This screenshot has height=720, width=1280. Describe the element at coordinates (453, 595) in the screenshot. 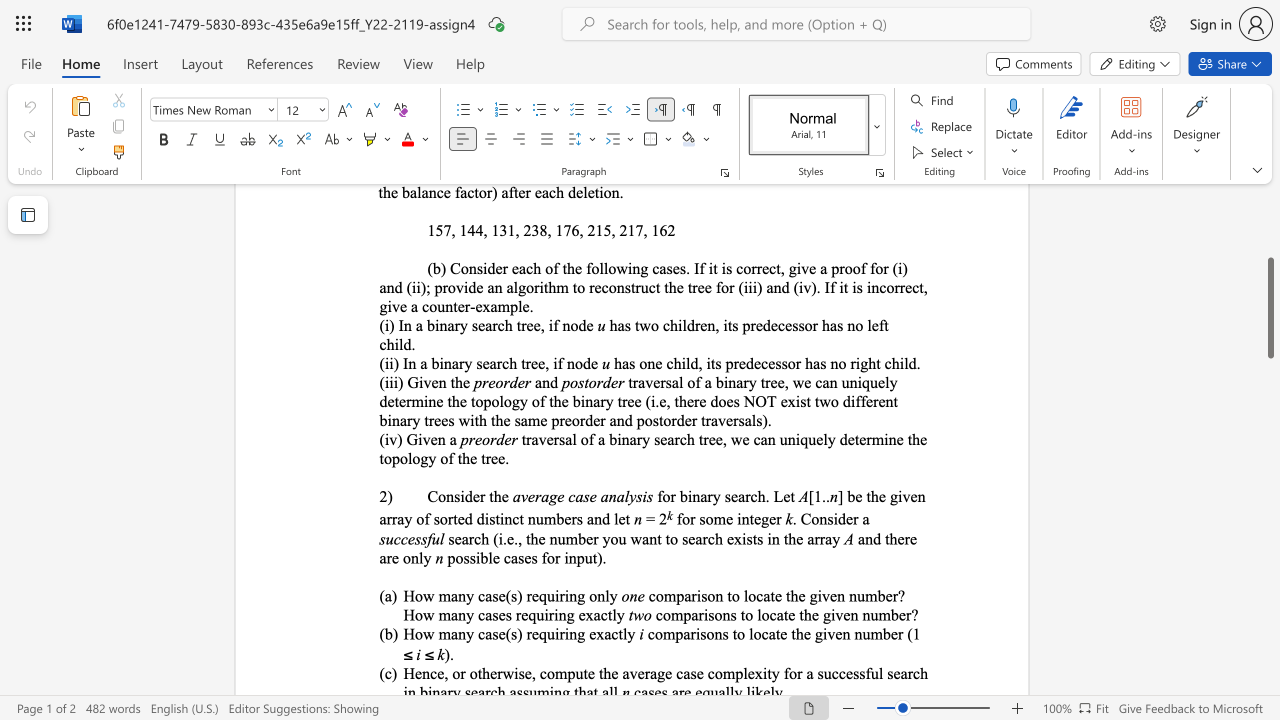

I see `the 1th character "a" in the text` at that location.